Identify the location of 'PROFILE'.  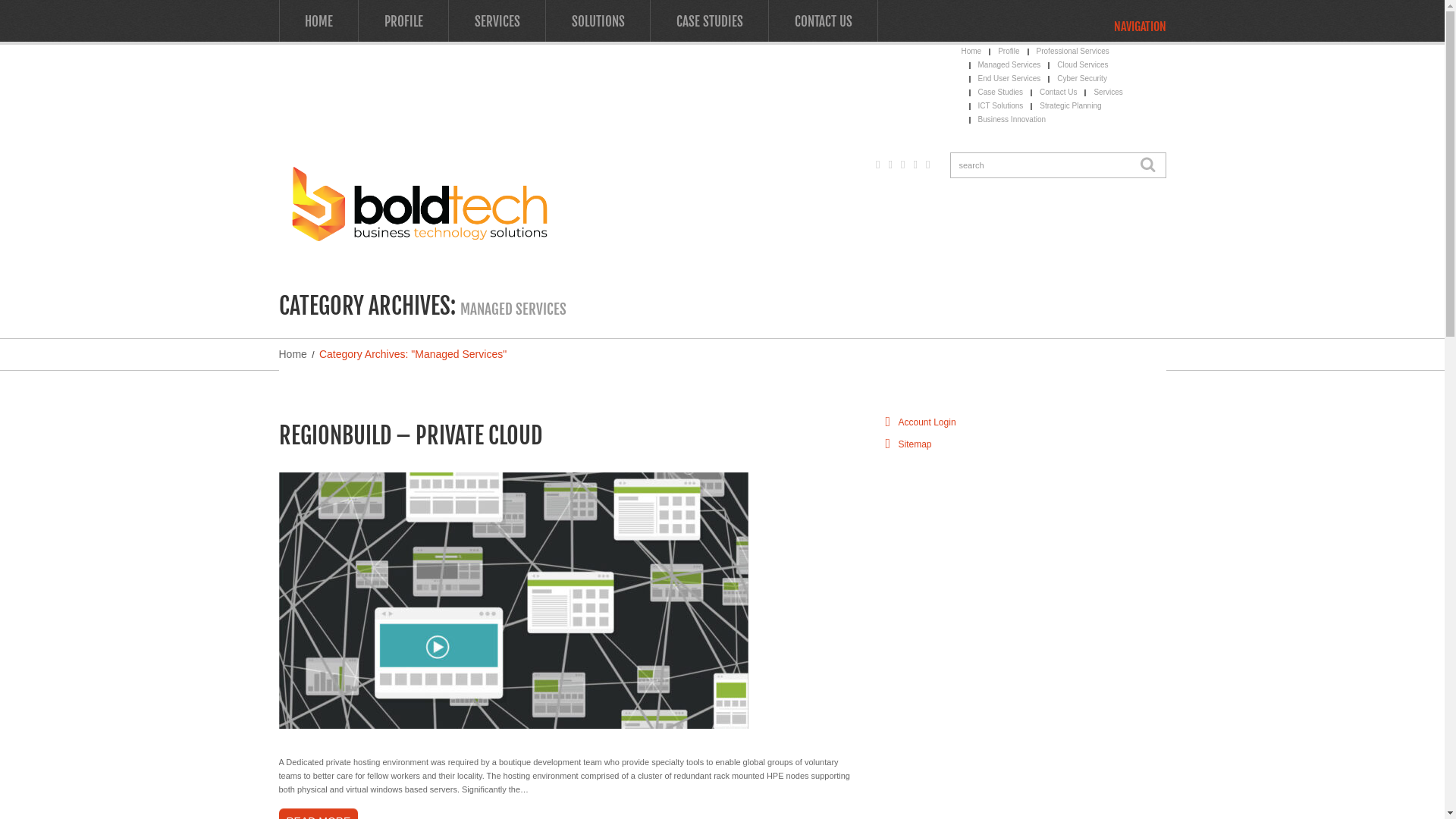
(356, 20).